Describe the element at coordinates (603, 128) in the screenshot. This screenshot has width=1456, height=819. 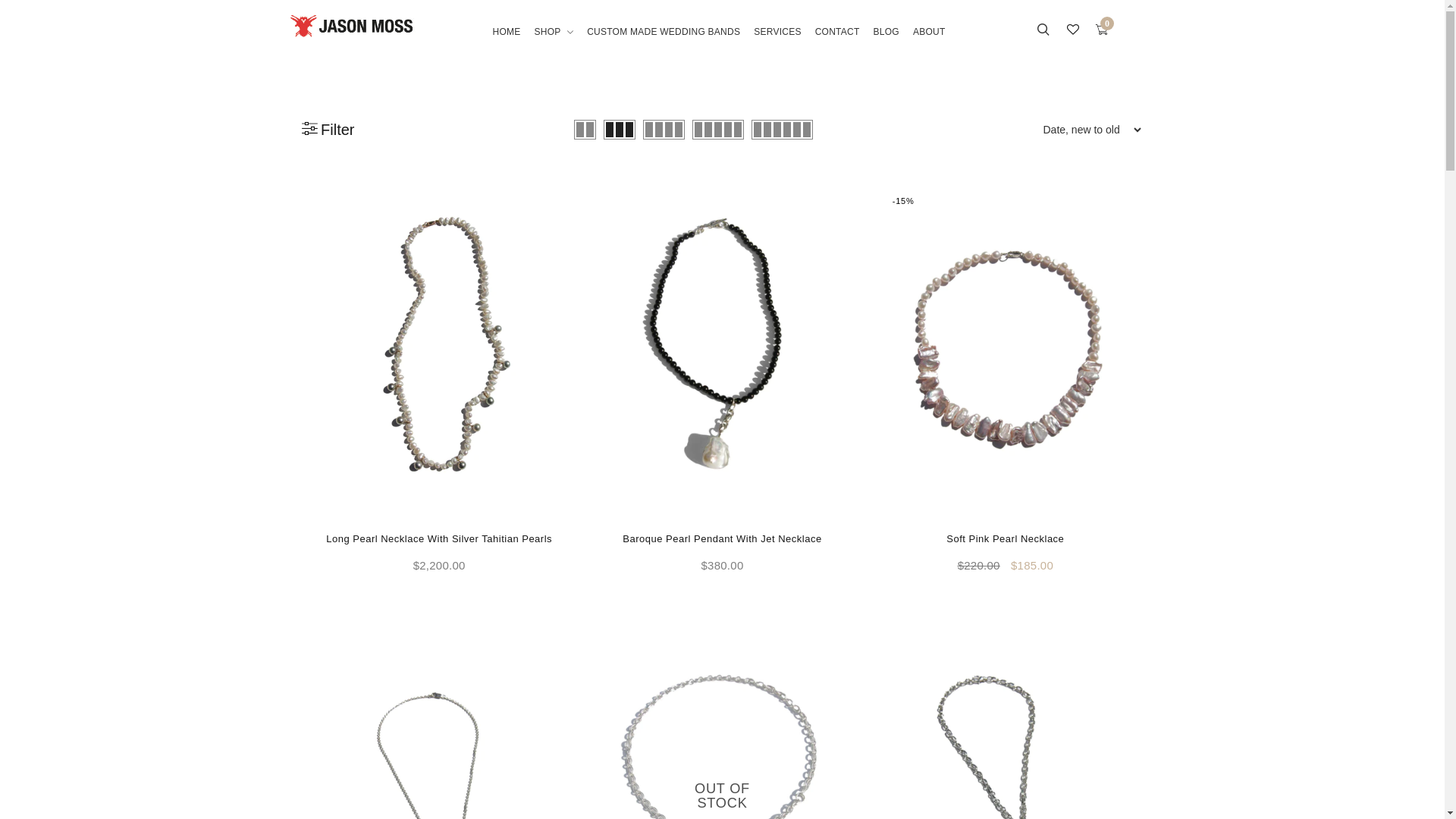
I see `'3 col'` at that location.